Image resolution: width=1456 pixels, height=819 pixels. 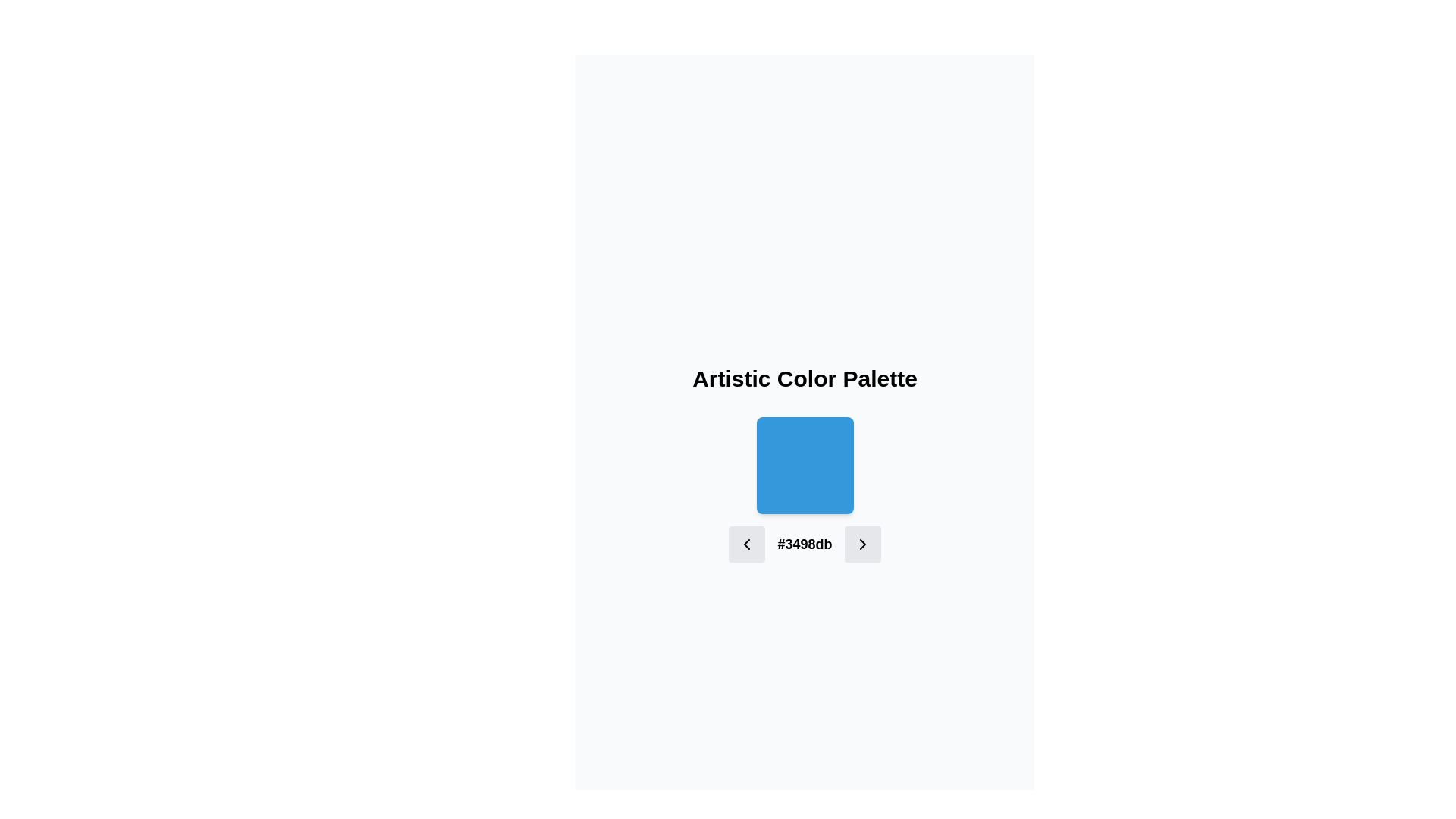 What do you see at coordinates (804, 543) in the screenshot?
I see `the text label displaying the hexadecimal color code '#3498db' in a bold black font, which is centrally located at the bottom of the interface, positioned between a left-pointing and a right-pointing arrow, and below a blue square color sample` at bounding box center [804, 543].